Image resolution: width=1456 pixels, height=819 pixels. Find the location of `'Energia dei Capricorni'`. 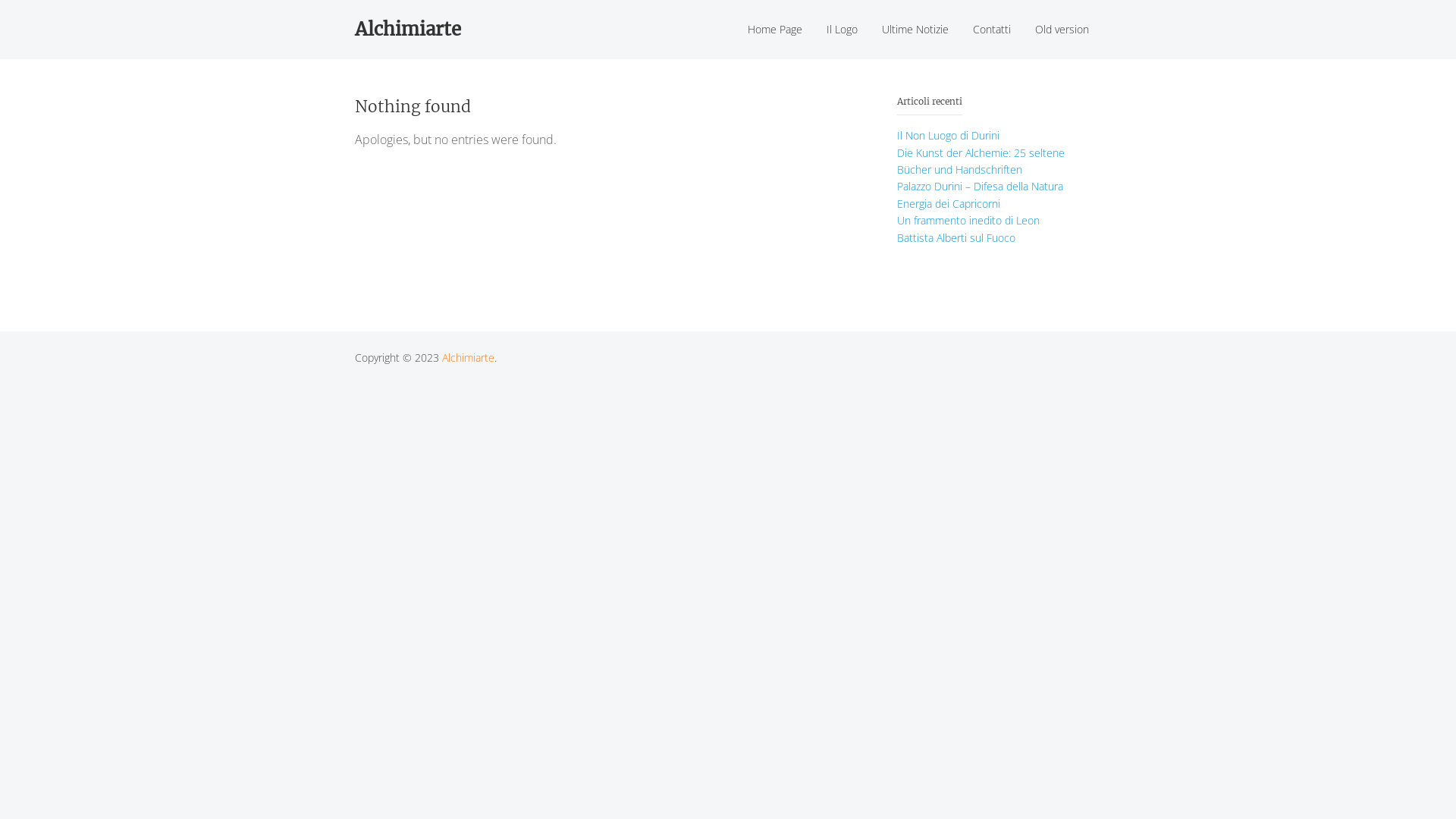

'Energia dei Capricorni' is located at coordinates (948, 202).